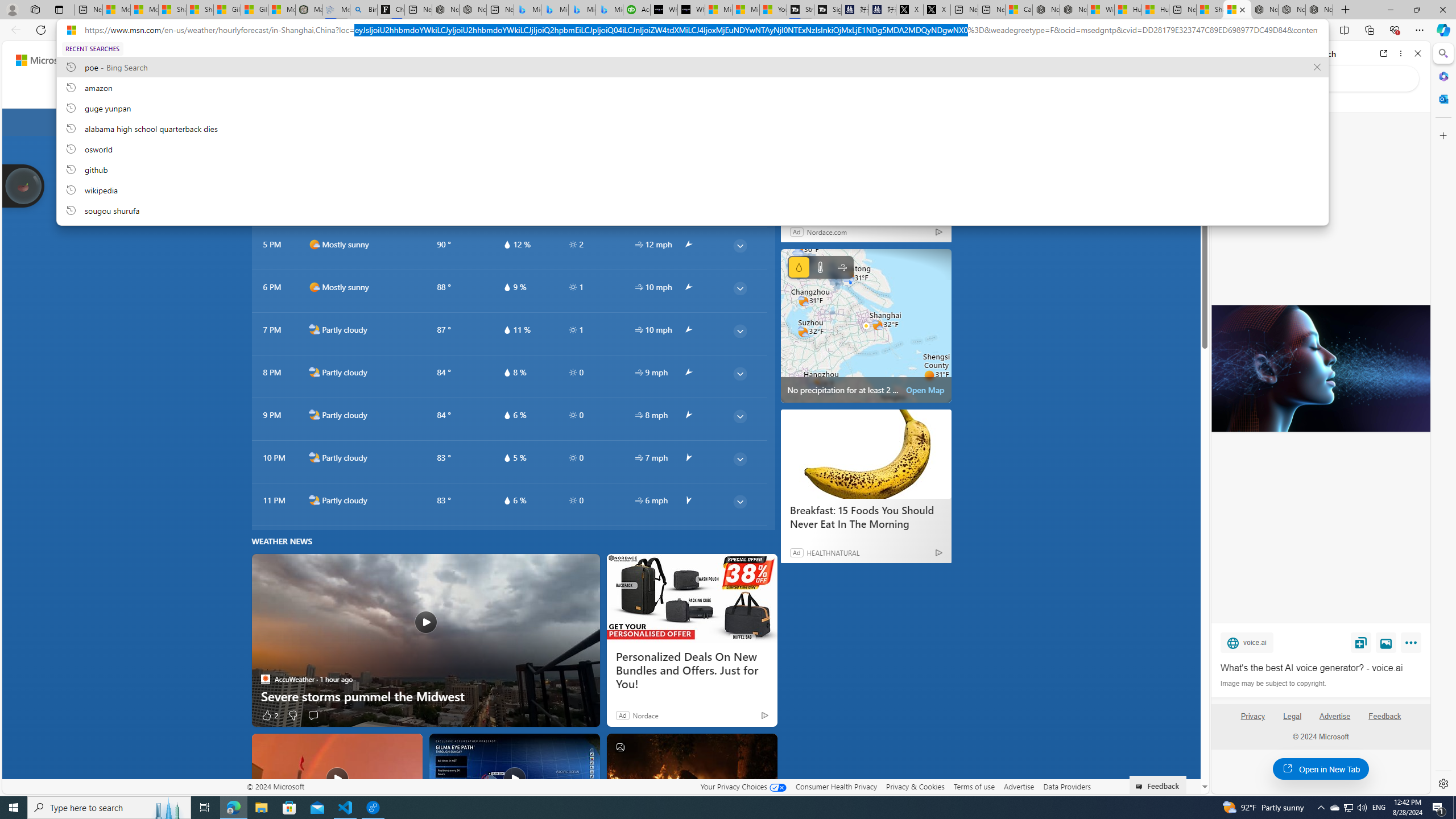 The width and height of the screenshot is (1456, 819). I want to click on 'Accounting Software for Accountants, CPAs and Bookkeepers', so click(637, 9).